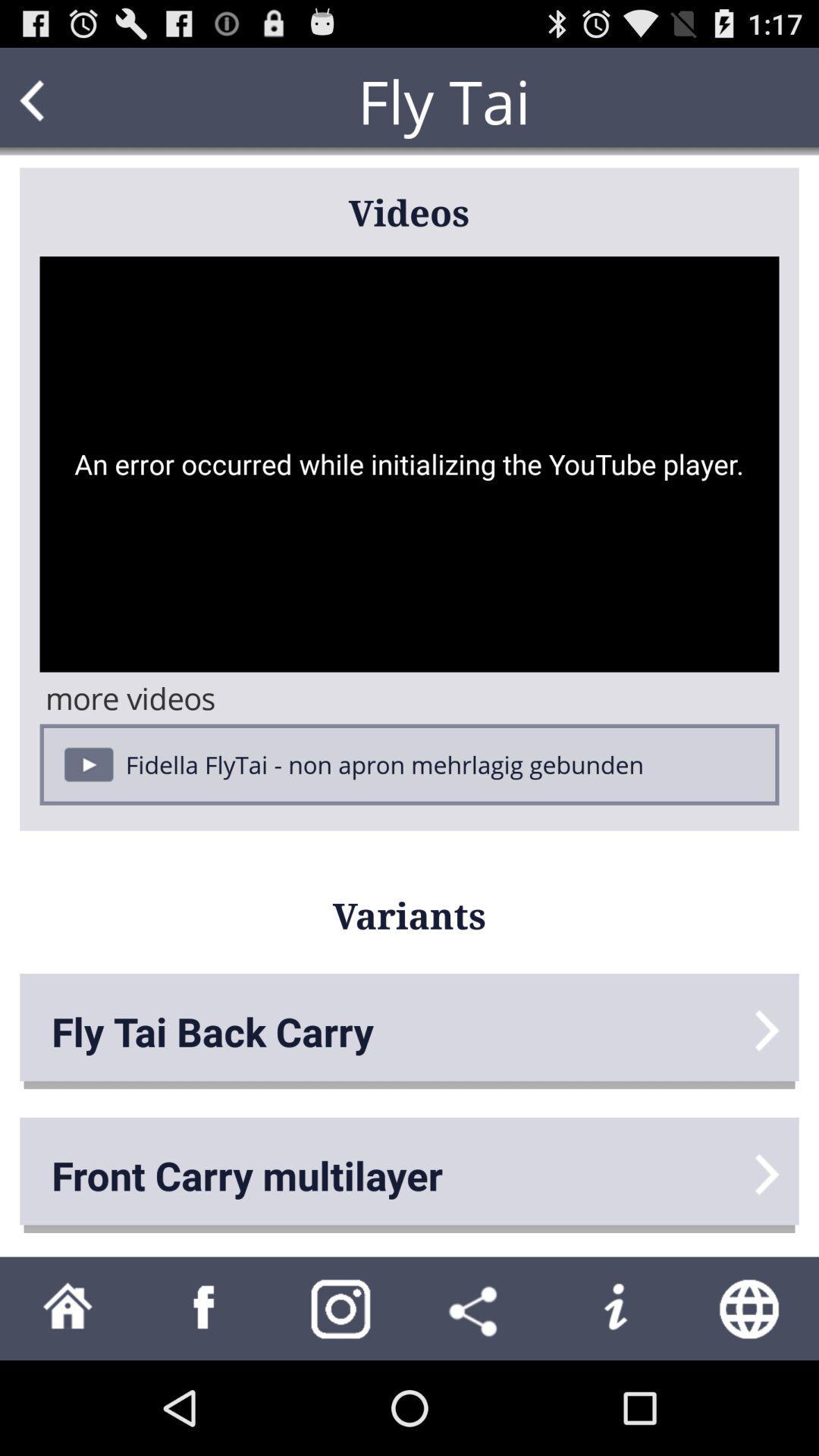 The height and width of the screenshot is (1456, 819). Describe the element at coordinates (67, 1400) in the screenshot. I see `the home icon` at that location.